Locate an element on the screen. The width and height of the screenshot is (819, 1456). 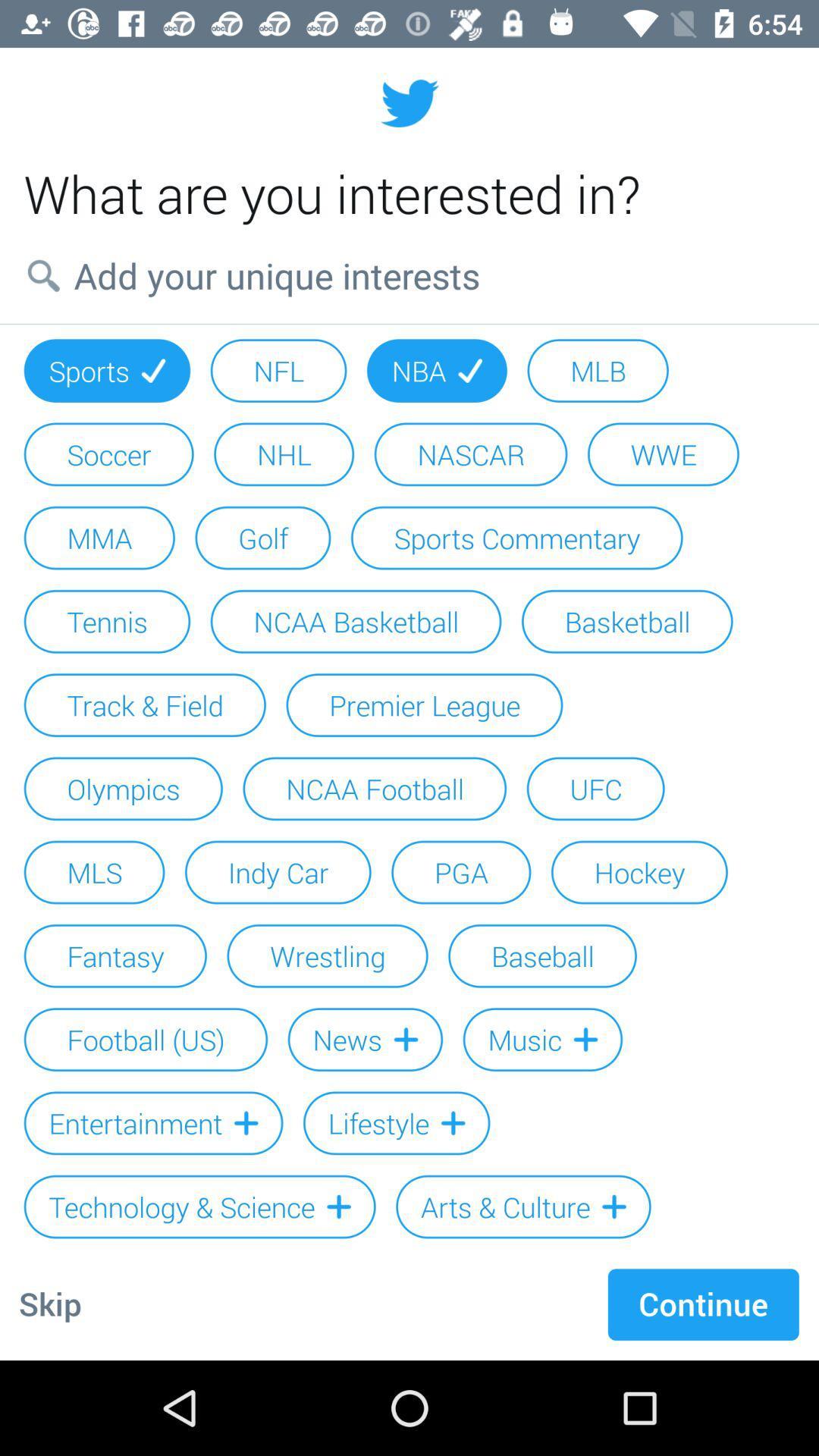
the item below nba item is located at coordinates (470, 453).